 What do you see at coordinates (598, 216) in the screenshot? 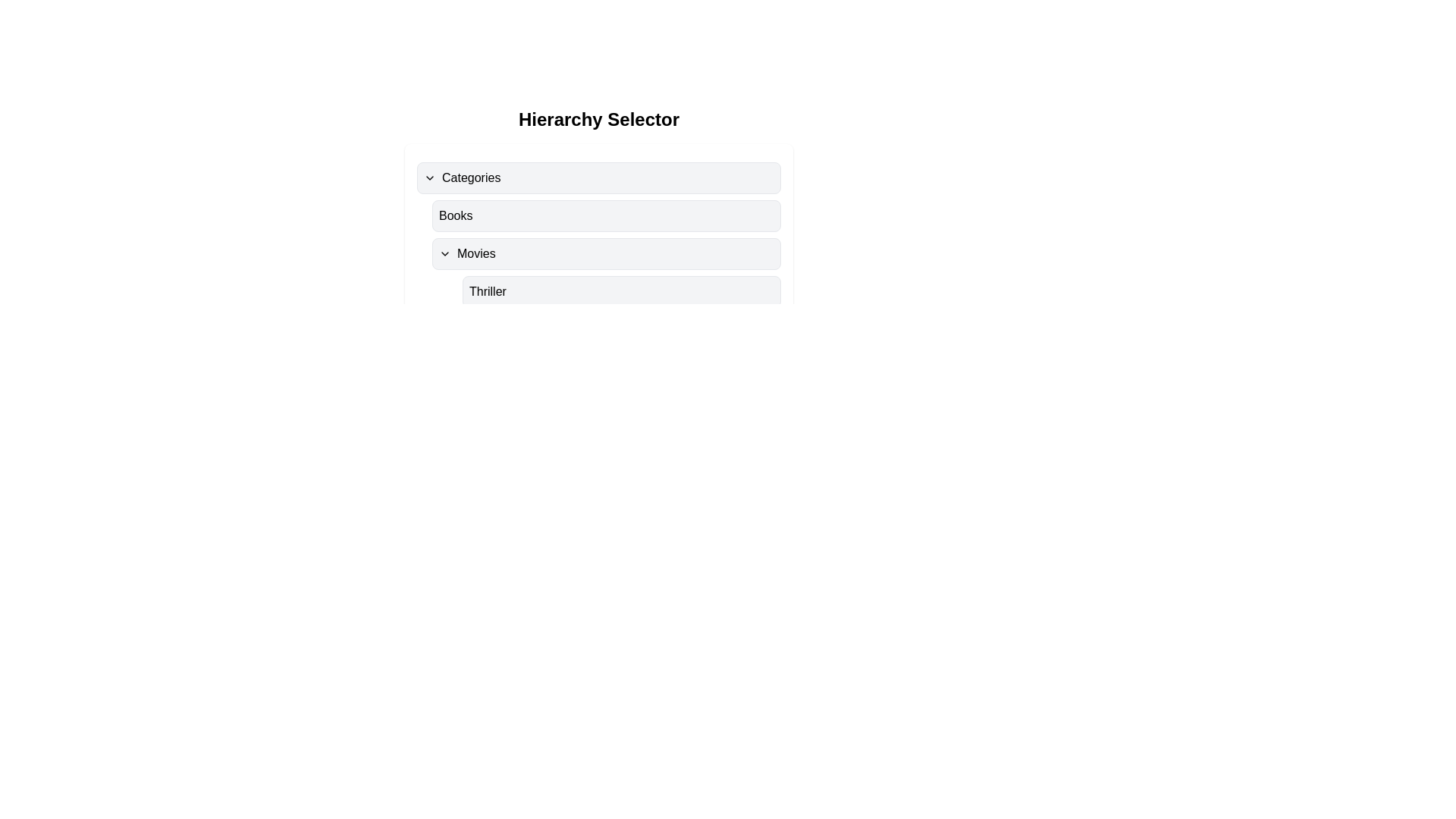
I see `the 'Books' list item, which is the second item in the 'Categories' section` at bounding box center [598, 216].